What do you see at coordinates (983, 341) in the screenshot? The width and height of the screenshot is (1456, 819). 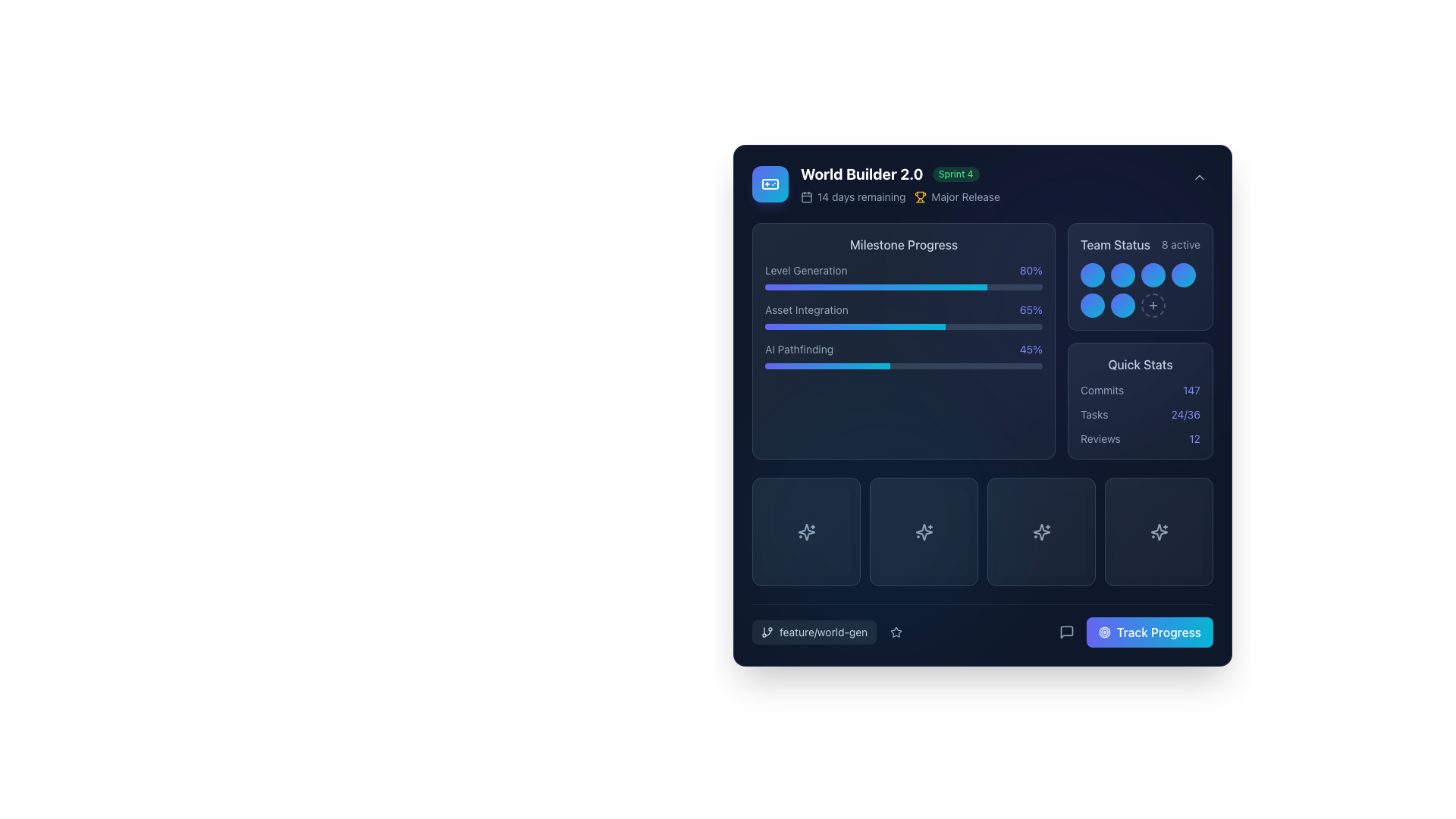 I see `the composite progress display widget titled 'Milestone Progress' to trigger further actions` at bounding box center [983, 341].